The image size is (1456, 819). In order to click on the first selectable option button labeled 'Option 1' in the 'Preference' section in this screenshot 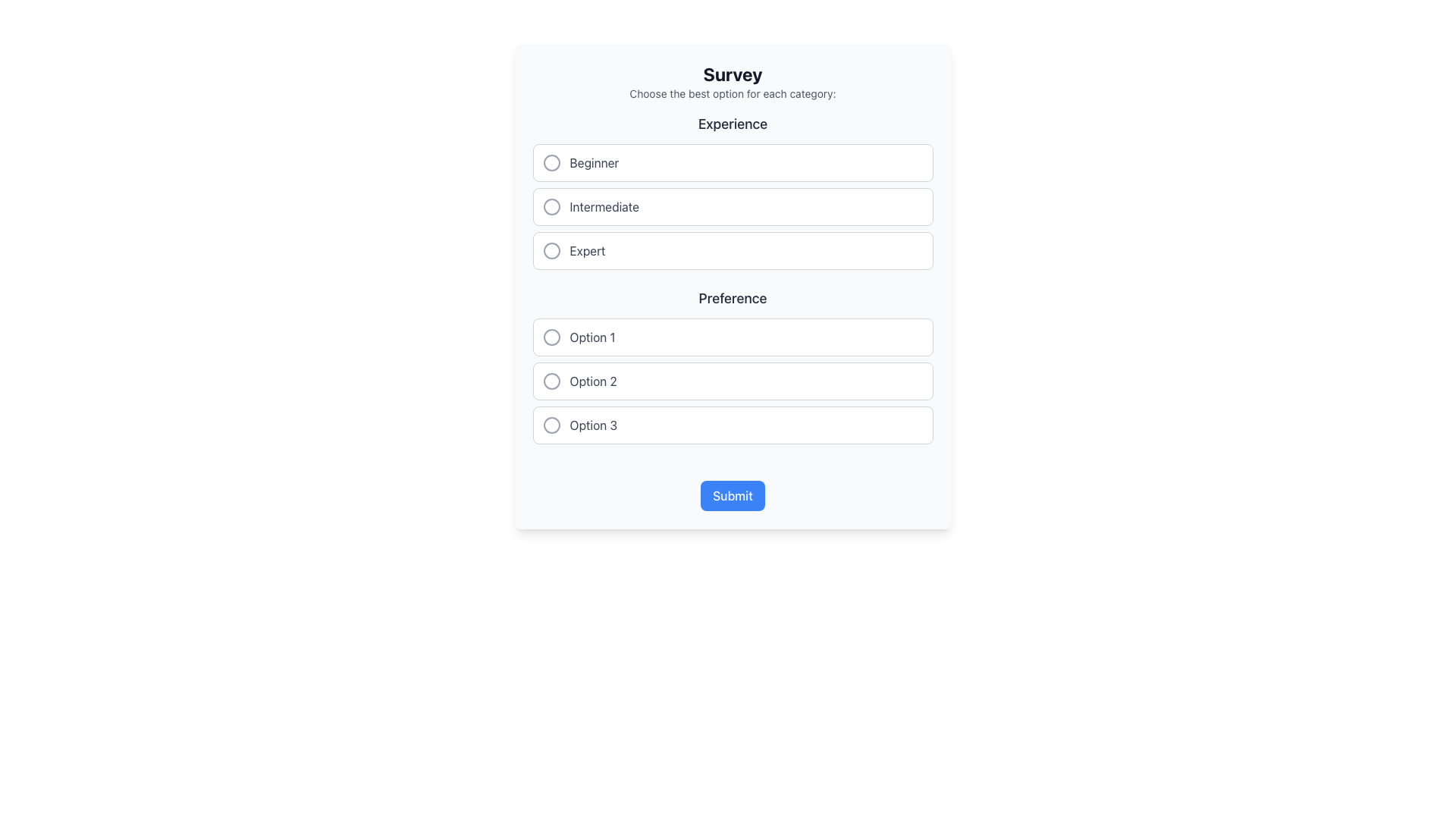, I will do `click(733, 336)`.